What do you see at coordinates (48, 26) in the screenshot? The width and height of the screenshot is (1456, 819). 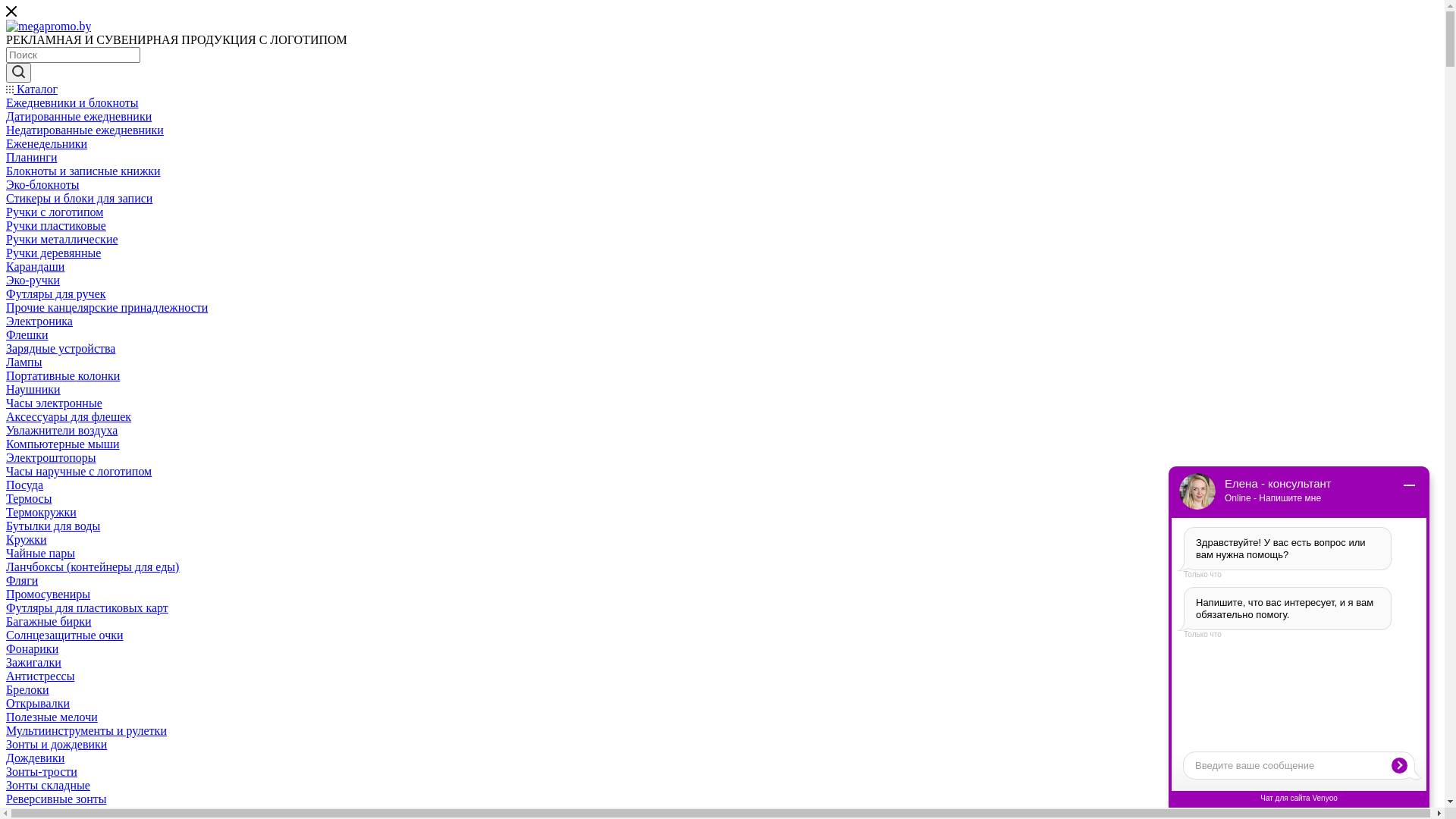 I see `'megapromo.by'` at bounding box center [48, 26].